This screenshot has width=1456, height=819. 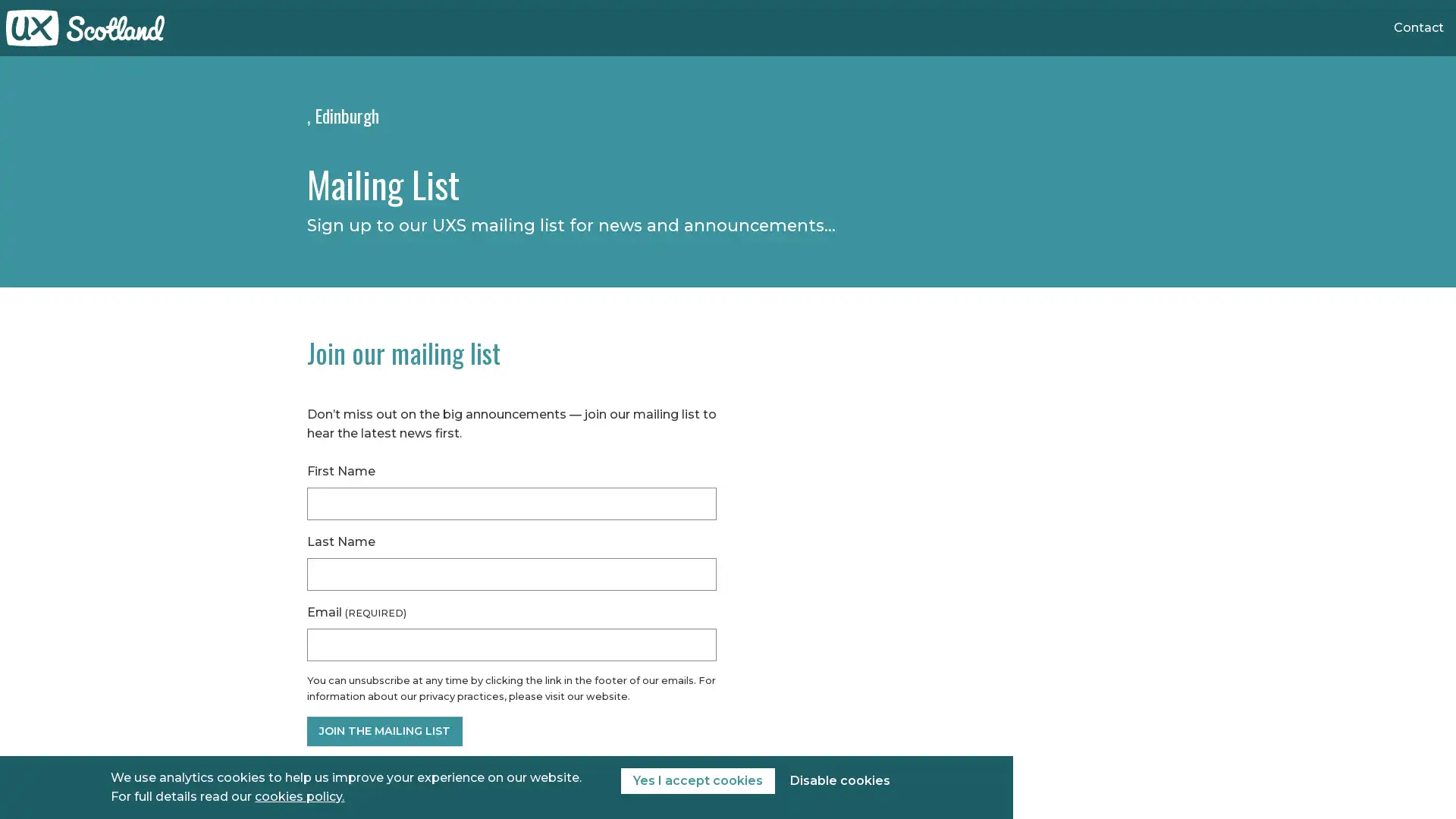 I want to click on Disable cookies, so click(x=839, y=780).